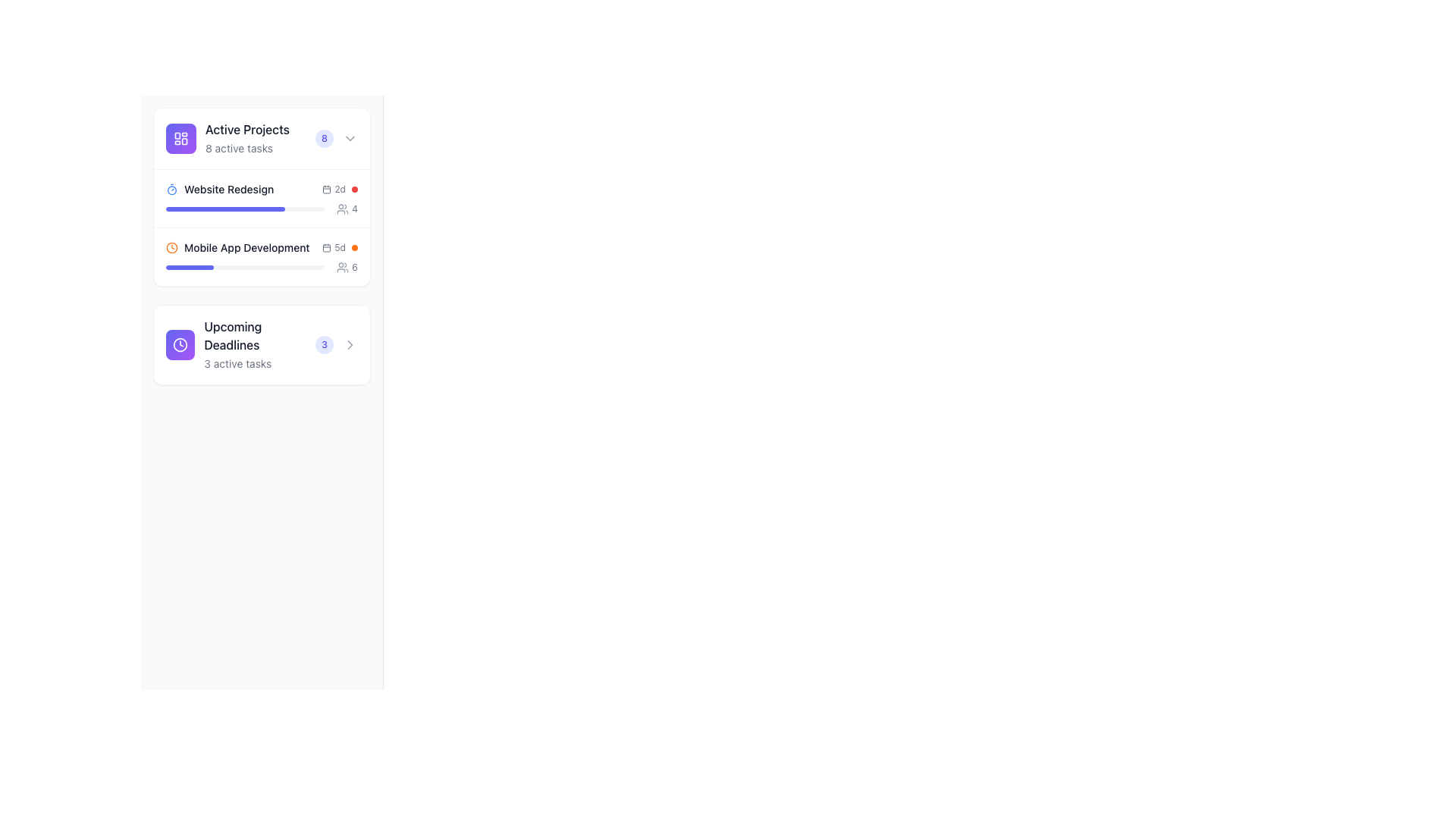 The height and width of the screenshot is (819, 1456). I want to click on the width of the filled portion of the progress bar segment for the 'Mobile App Development' project to gauge its completion percentage, so click(189, 267).